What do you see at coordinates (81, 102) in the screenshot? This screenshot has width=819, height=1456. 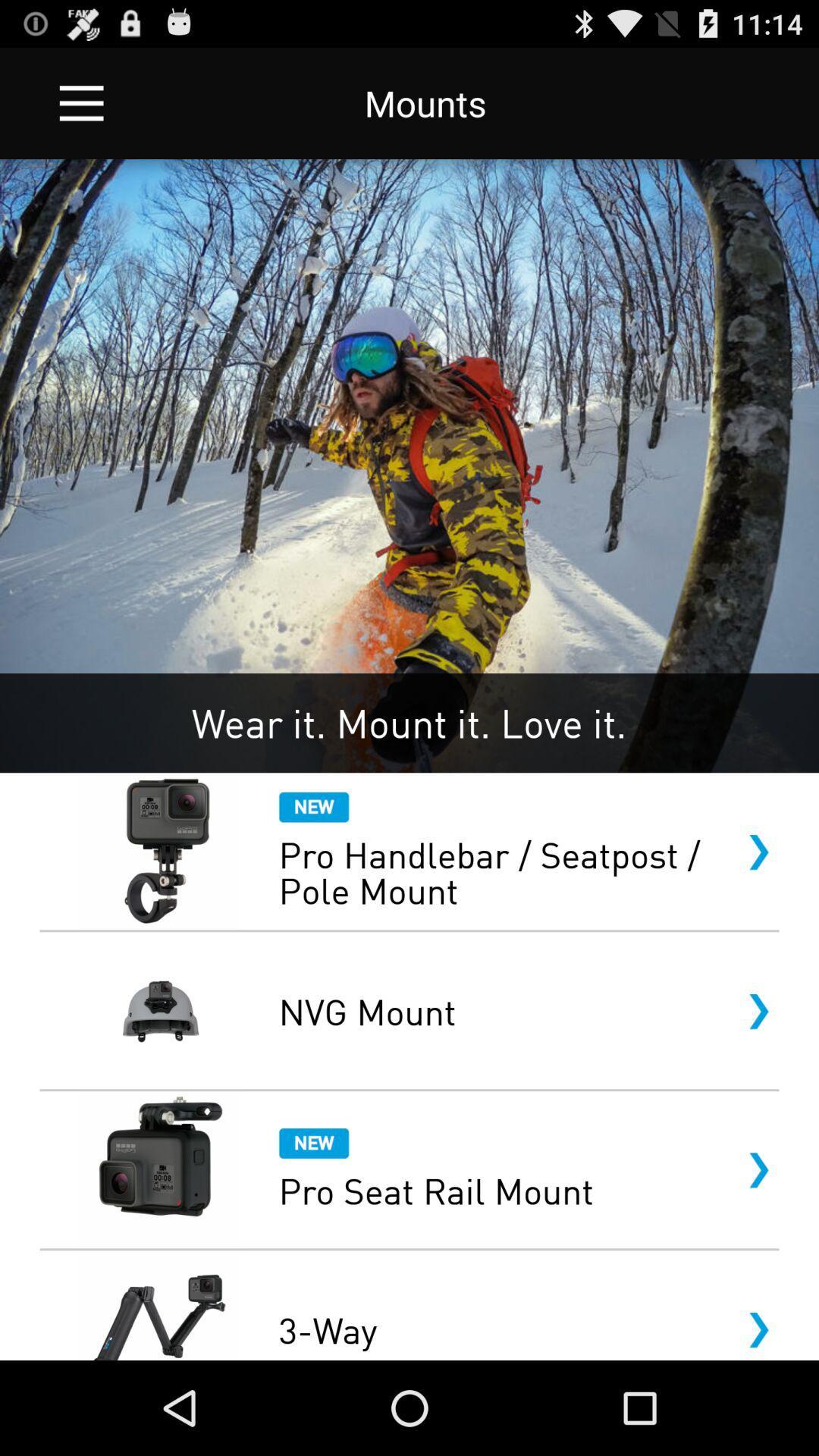 I see `menu` at bounding box center [81, 102].